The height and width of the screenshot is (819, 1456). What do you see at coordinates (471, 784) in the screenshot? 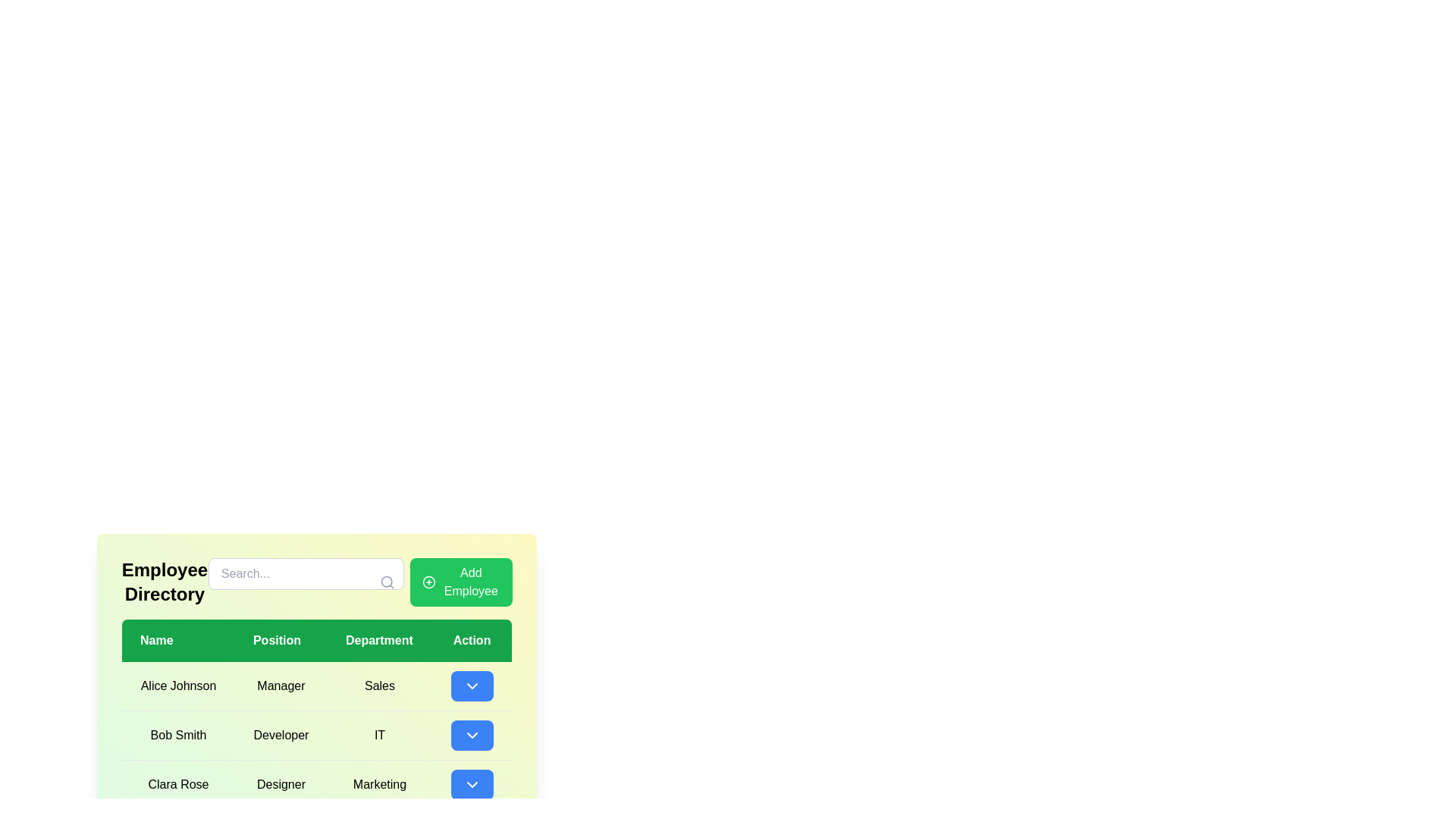
I see `the downward-facing chevron icon, which is part of a button with a bright blue background located in the third row of the action column` at bounding box center [471, 784].